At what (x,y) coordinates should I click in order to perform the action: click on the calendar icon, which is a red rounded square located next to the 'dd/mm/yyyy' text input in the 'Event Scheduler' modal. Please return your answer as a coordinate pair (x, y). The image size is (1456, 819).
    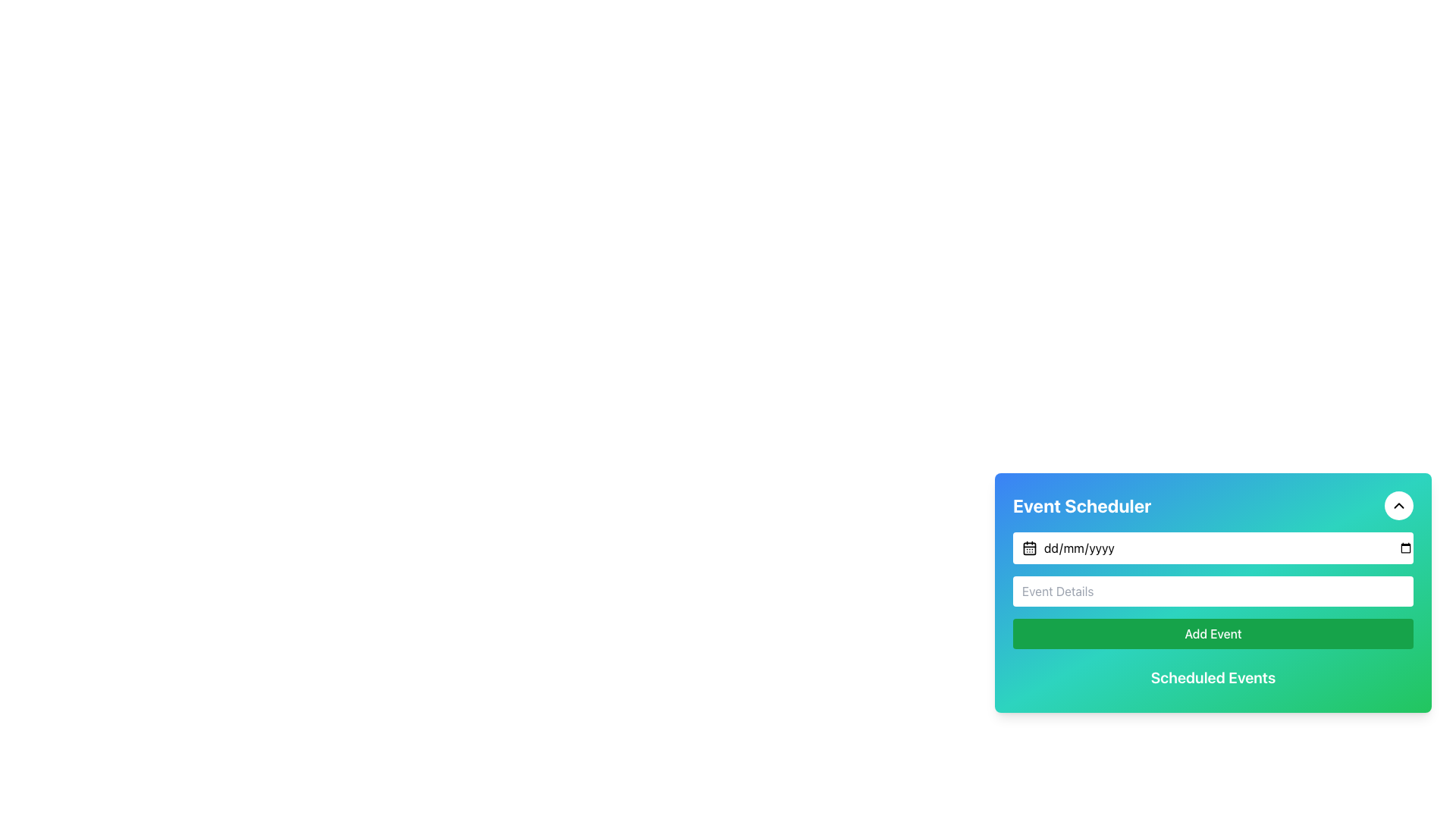
    Looking at the image, I should click on (1030, 548).